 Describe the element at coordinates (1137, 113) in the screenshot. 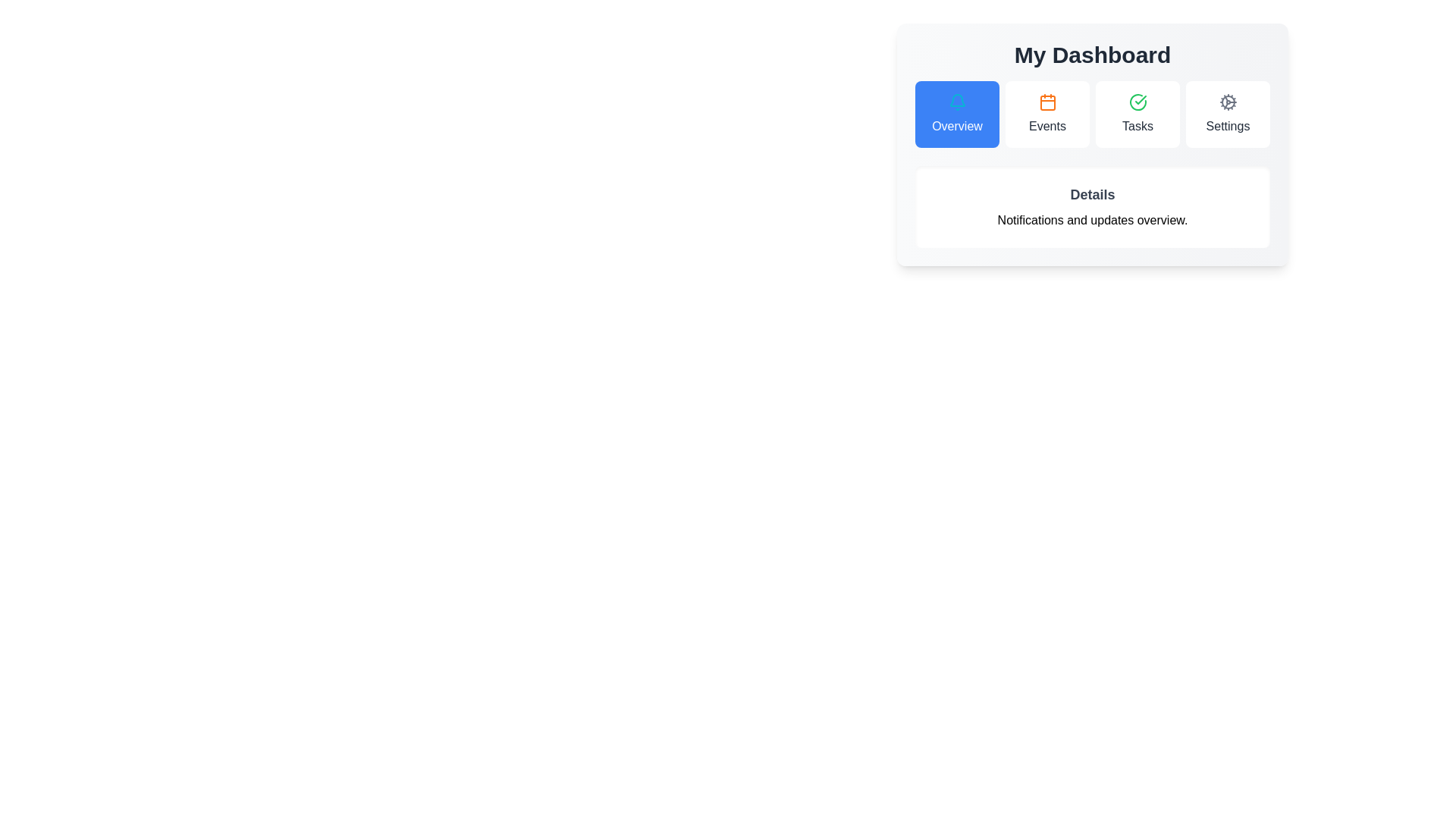

I see `the tab button labeled Tasks` at that location.